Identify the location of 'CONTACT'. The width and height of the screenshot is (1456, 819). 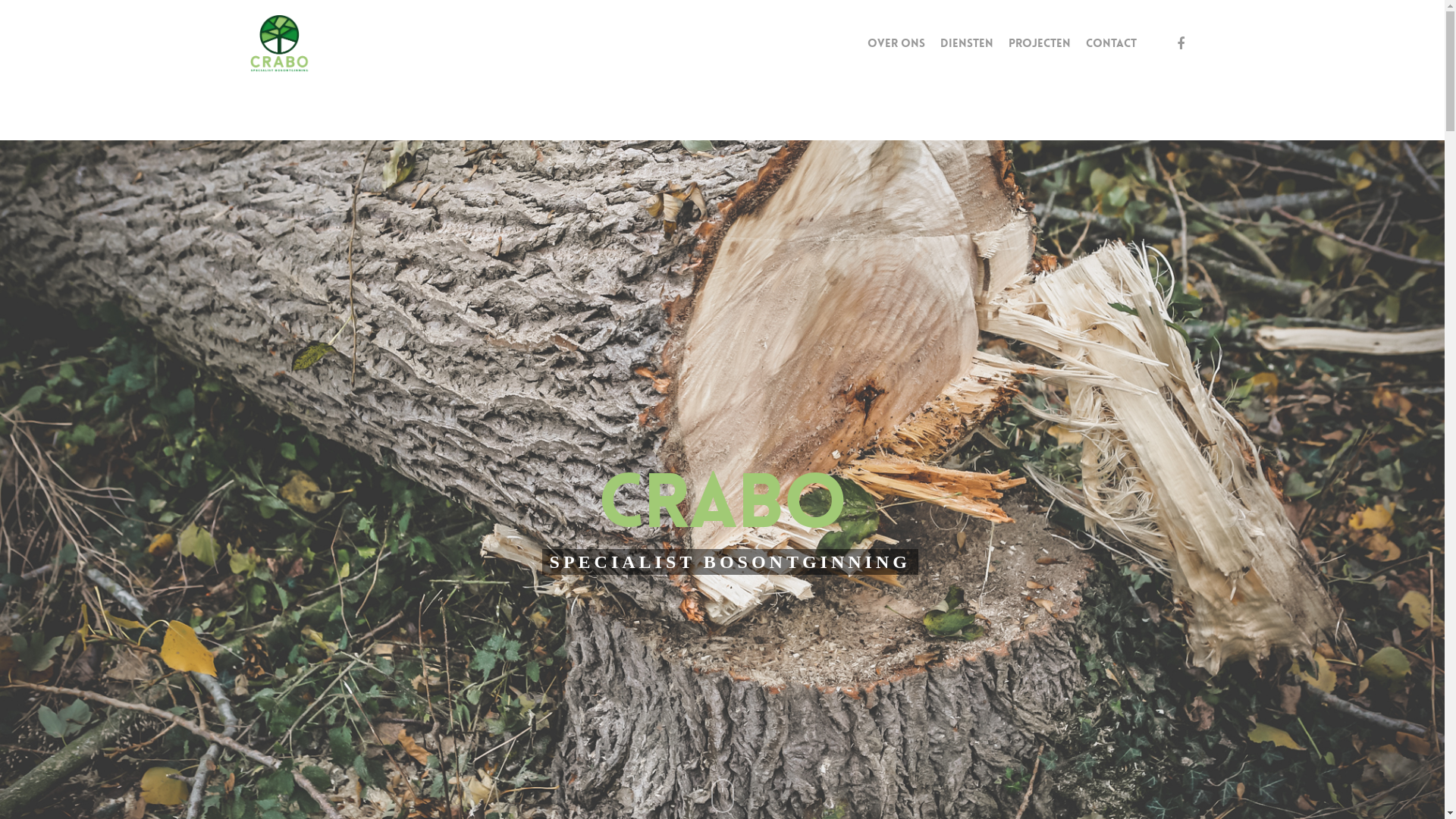
(1111, 42).